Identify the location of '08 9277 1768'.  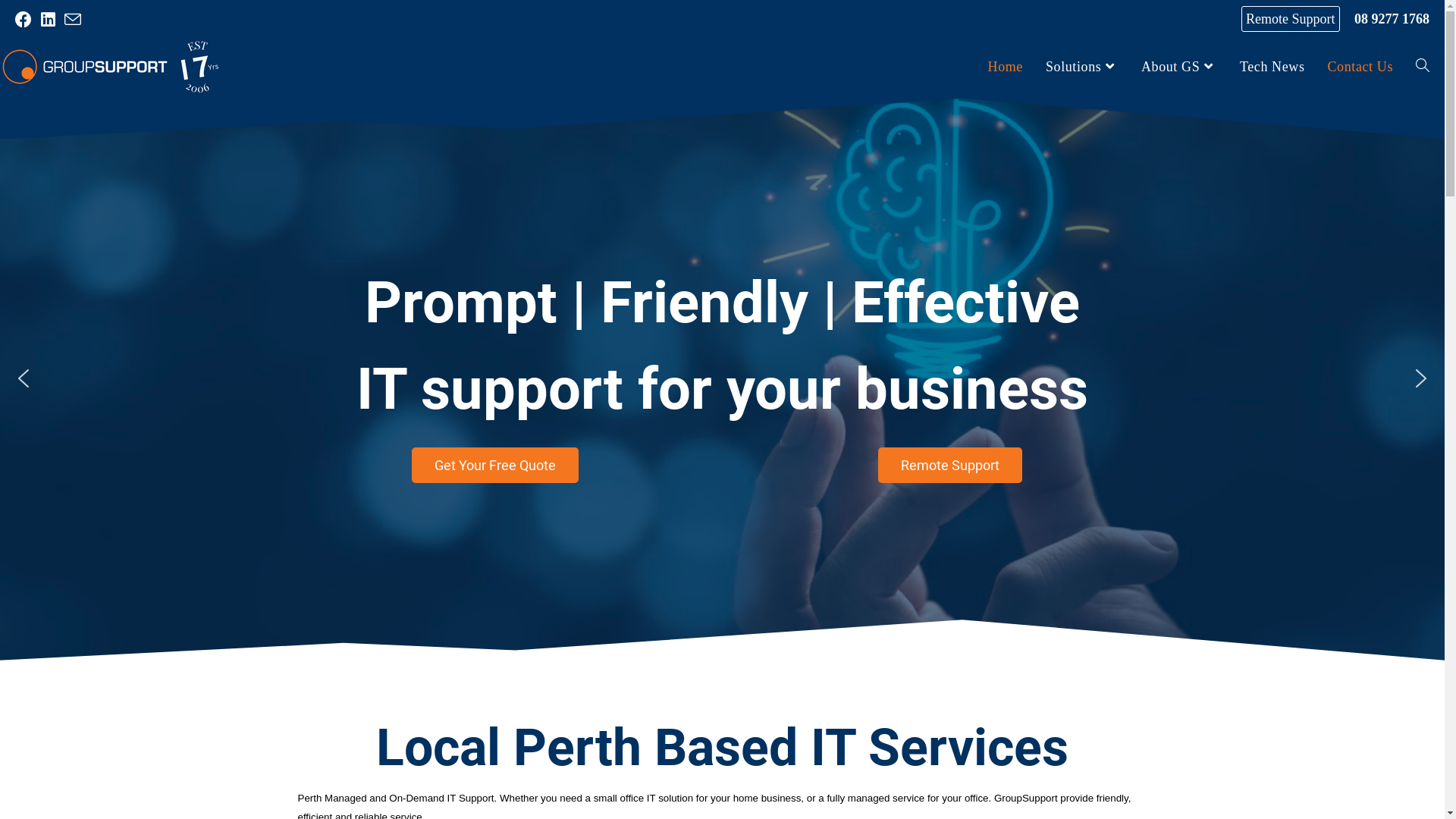
(1392, 18).